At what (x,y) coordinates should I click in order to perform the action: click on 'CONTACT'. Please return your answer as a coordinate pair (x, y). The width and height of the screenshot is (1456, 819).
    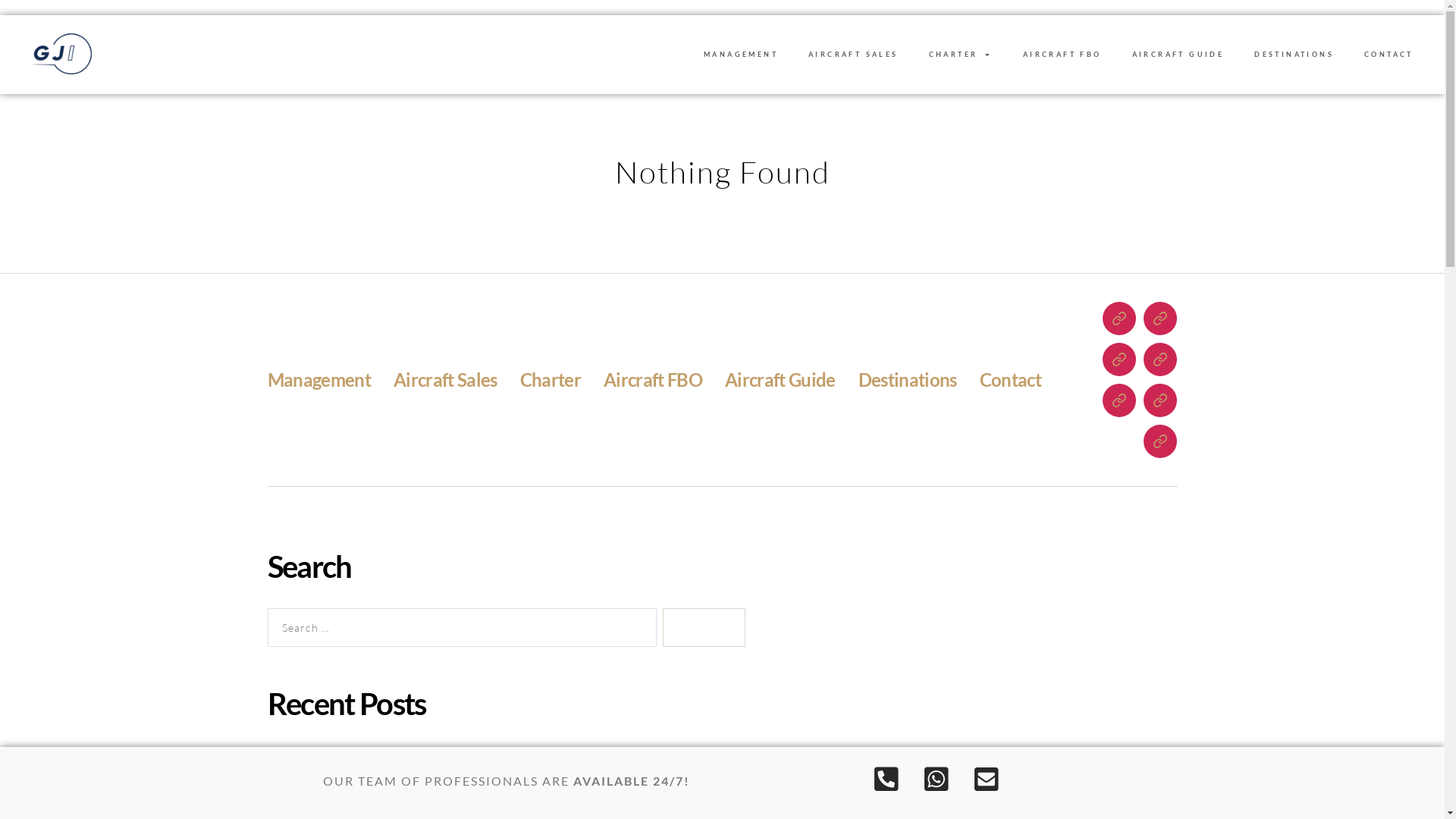
    Looking at the image, I should click on (1349, 54).